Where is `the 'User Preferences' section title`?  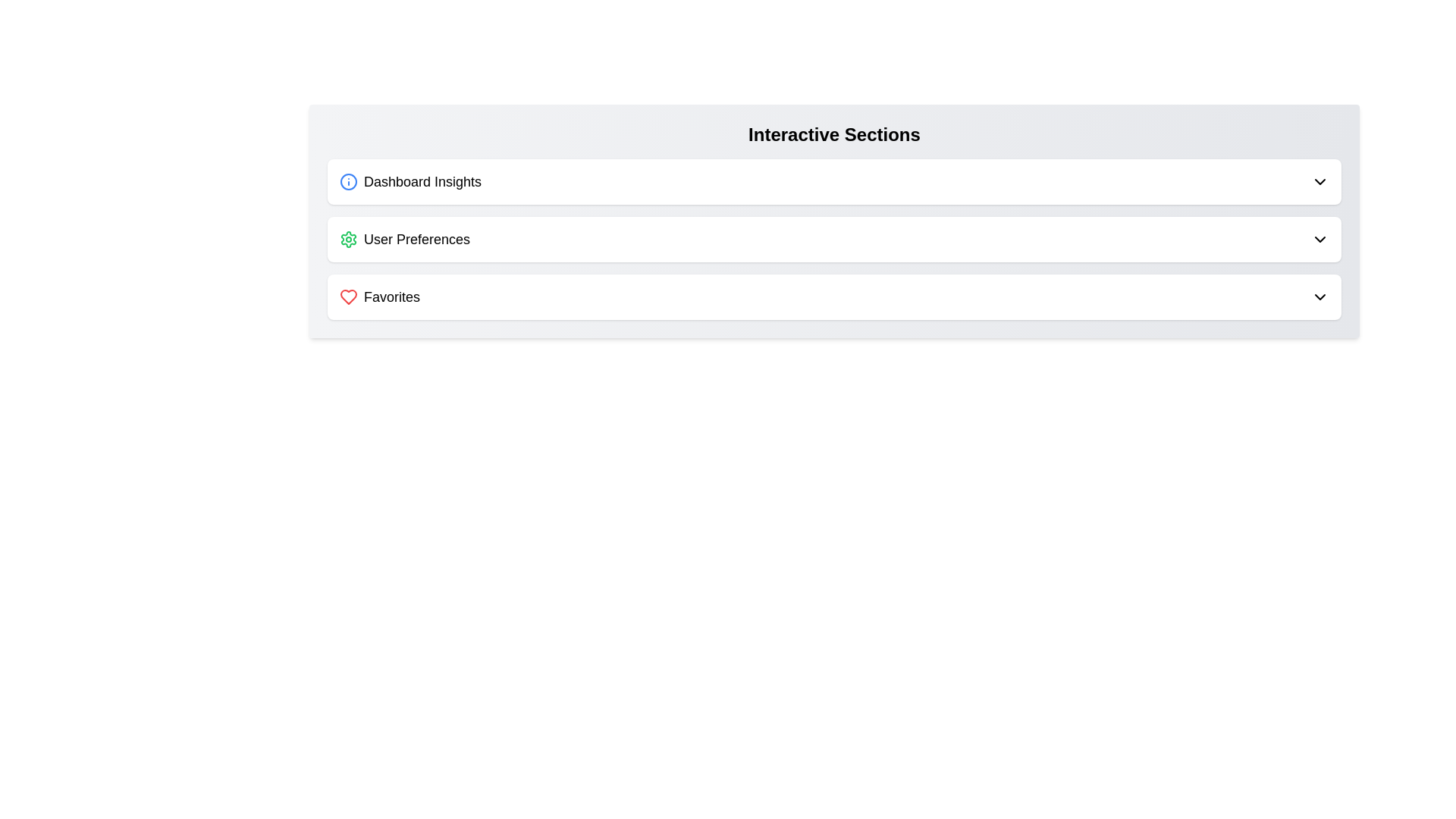 the 'User Preferences' section title is located at coordinates (404, 239).